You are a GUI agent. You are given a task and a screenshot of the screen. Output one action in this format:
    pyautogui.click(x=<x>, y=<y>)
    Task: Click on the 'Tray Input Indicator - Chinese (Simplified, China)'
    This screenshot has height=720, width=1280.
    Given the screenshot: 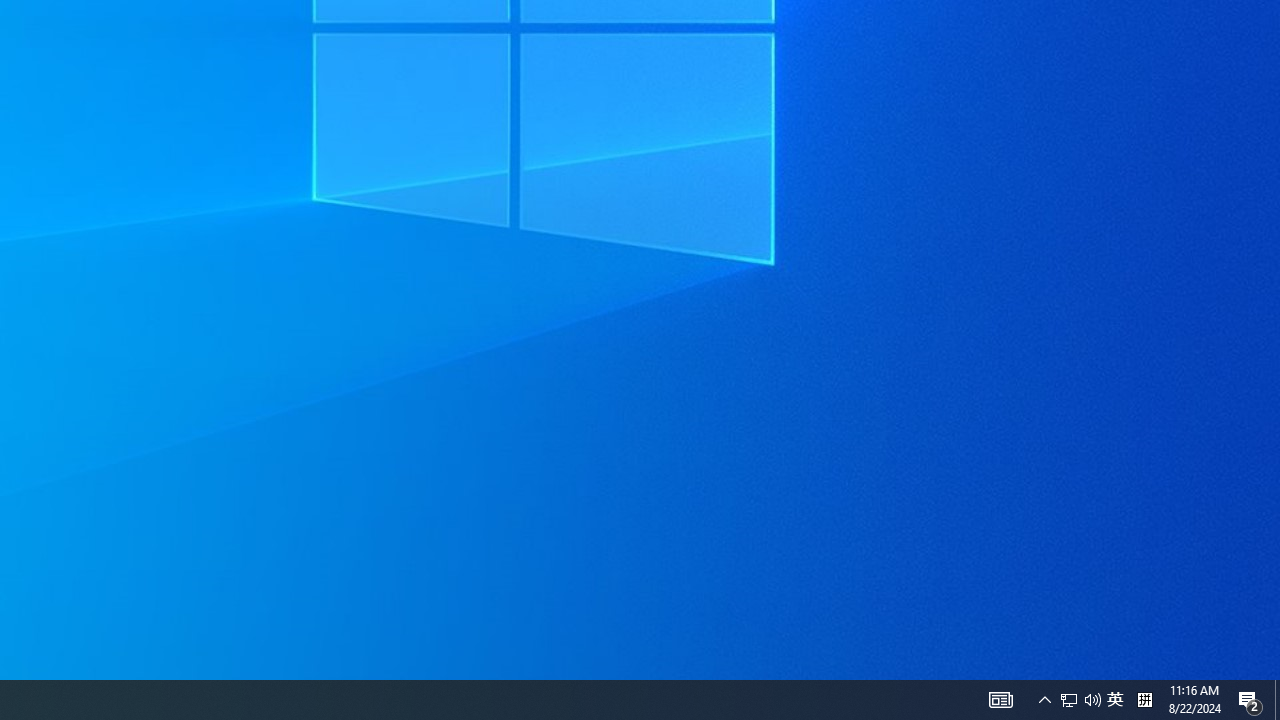 What is the action you would take?
    pyautogui.click(x=1114, y=698)
    